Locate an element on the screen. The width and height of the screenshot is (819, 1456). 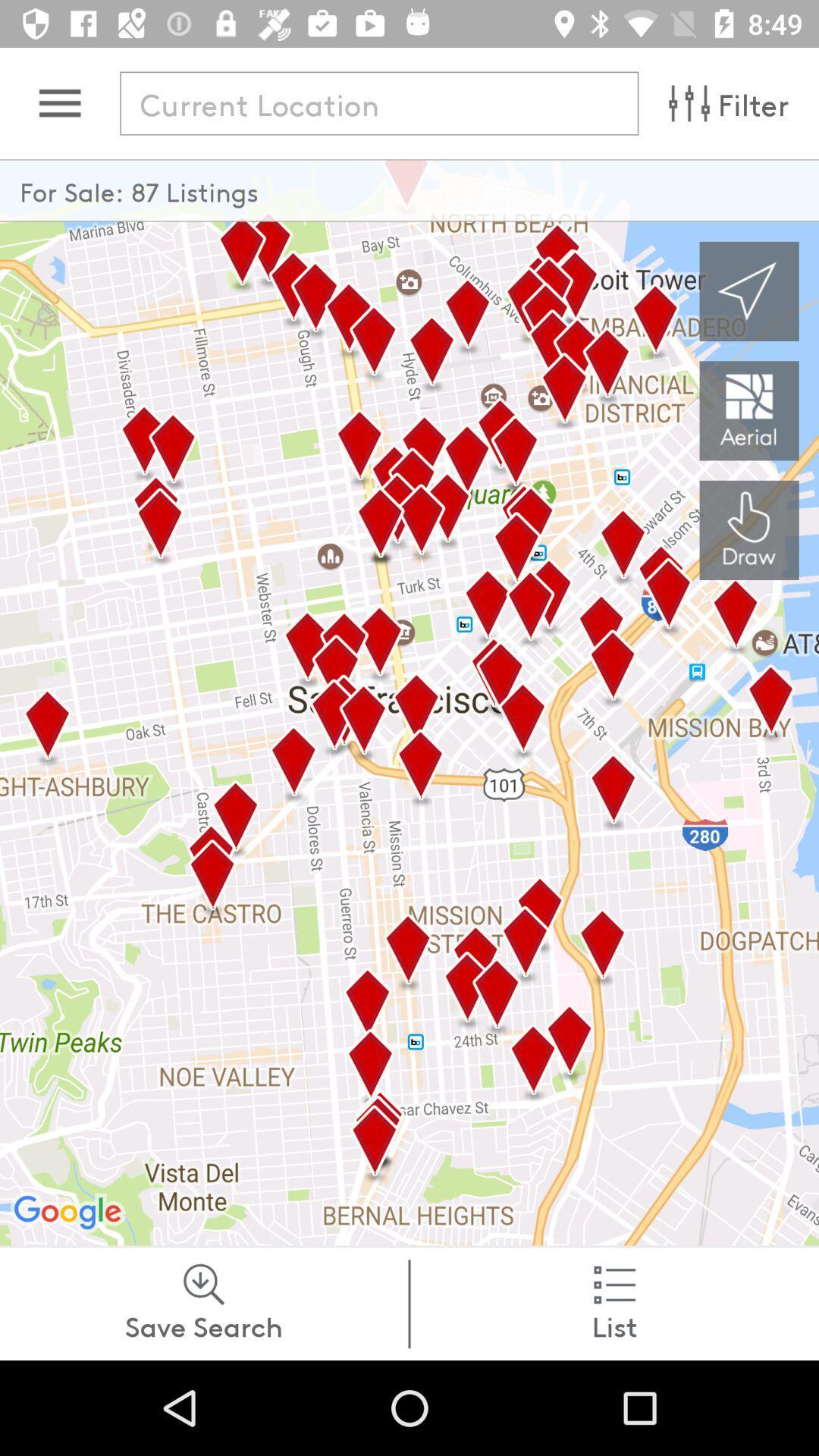
the icon at the top left corner is located at coordinates (59, 102).